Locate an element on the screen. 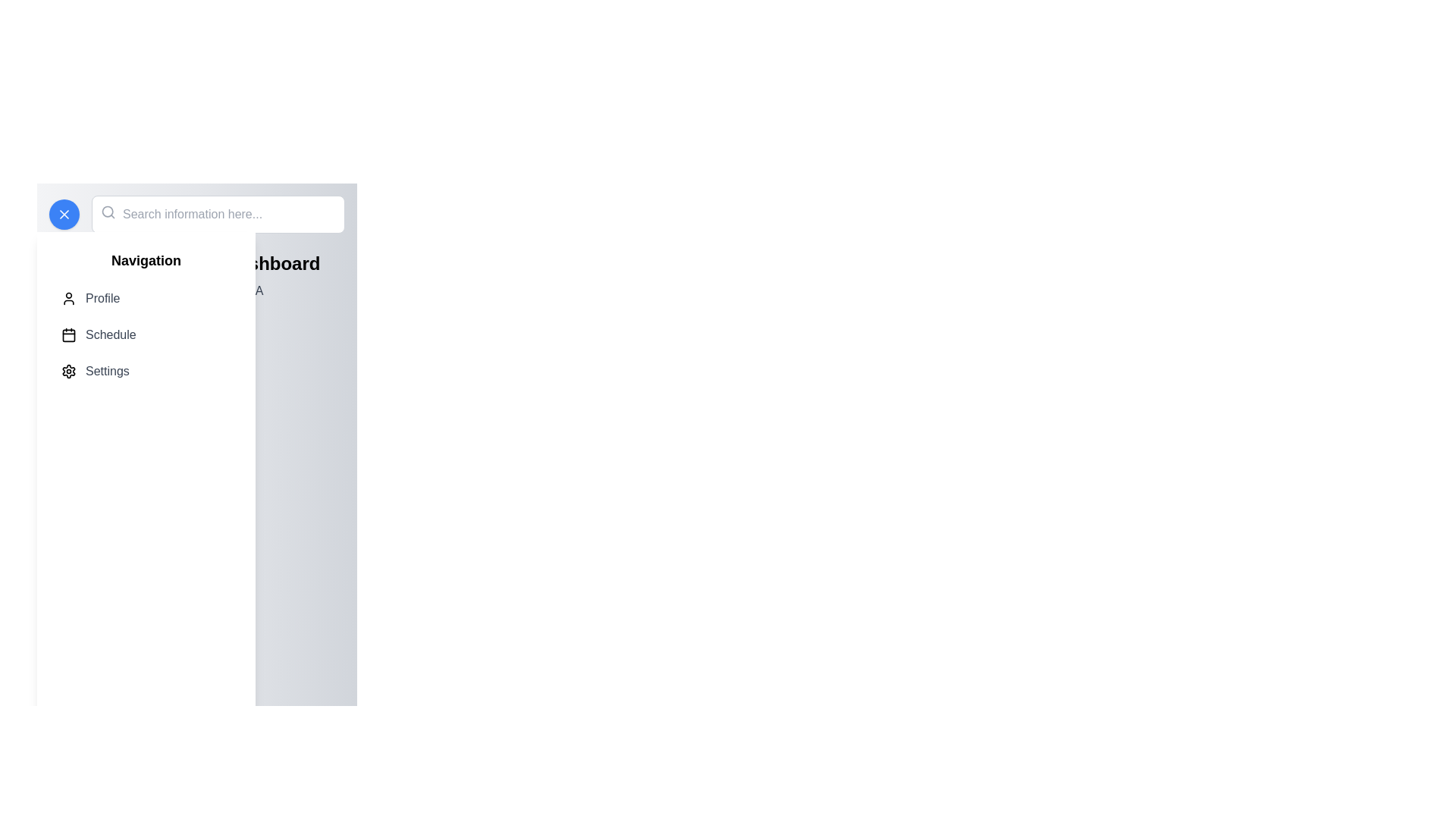 The width and height of the screenshot is (1456, 819). the search feature icon located at the top-left corner of the search bar input field is located at coordinates (108, 212).